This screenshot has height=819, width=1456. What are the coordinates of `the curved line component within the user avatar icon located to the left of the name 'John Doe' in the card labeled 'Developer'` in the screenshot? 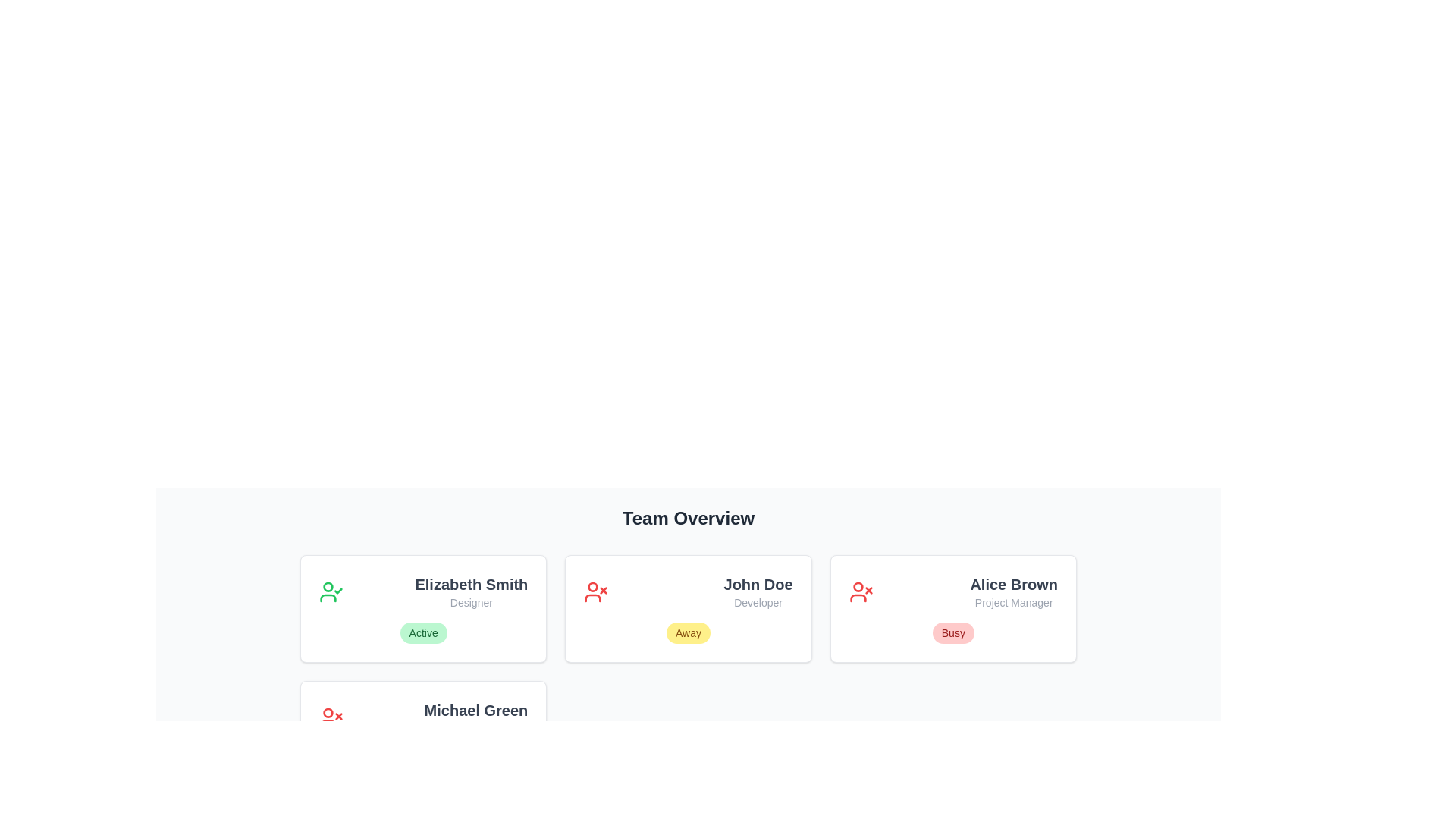 It's located at (858, 598).